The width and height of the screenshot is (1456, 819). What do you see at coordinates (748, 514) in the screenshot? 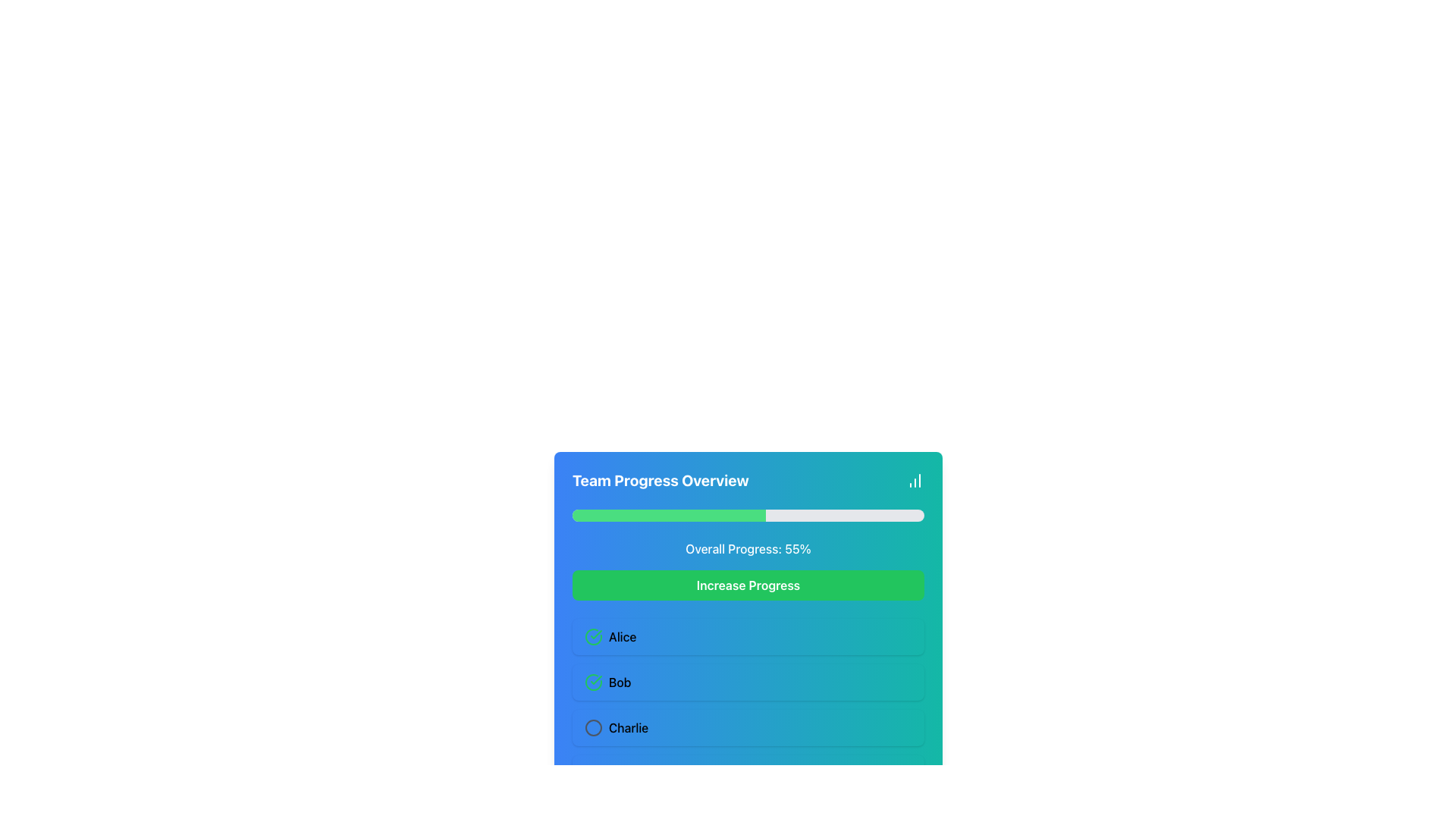
I see `the Progress Bar in the 'Team Progress Overview' card, which is a thin, horizontal bar with a gray background and a green filled section indicating 55% progress` at bounding box center [748, 514].